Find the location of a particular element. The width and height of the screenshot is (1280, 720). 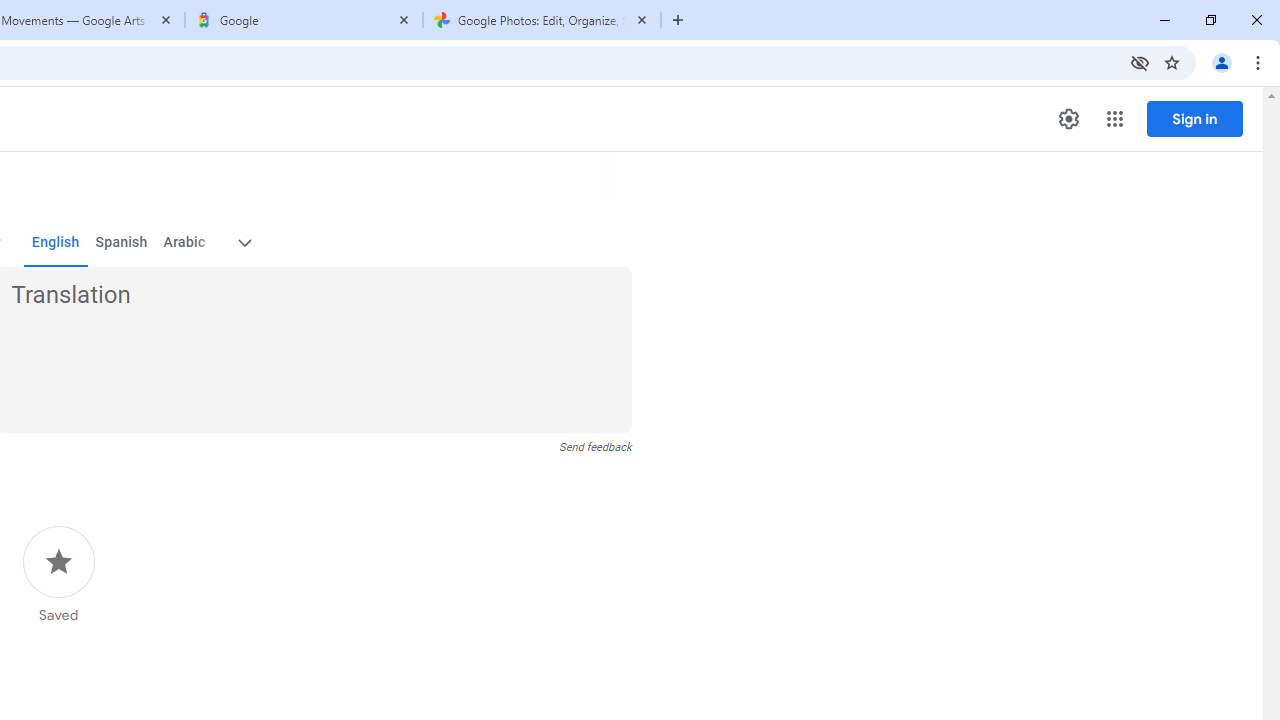

'Send feedback' is located at coordinates (594, 446).